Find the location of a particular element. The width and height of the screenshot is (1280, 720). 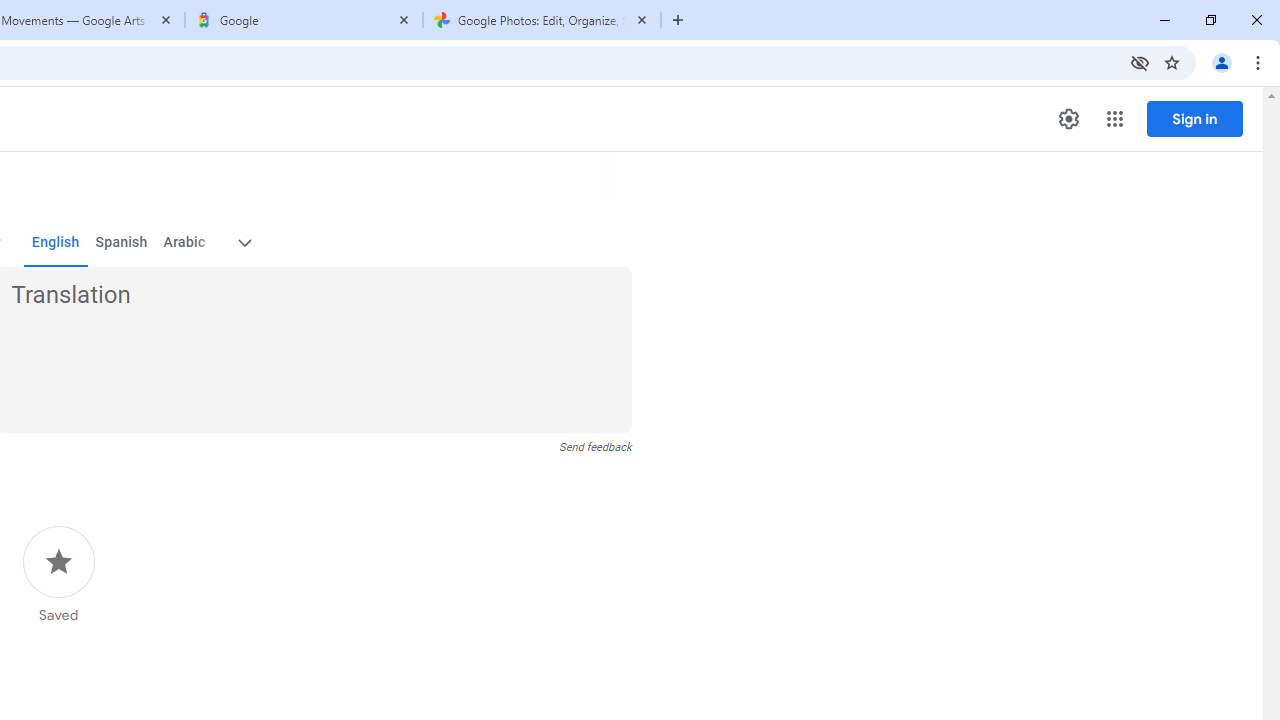

'Send feedback' is located at coordinates (594, 446).